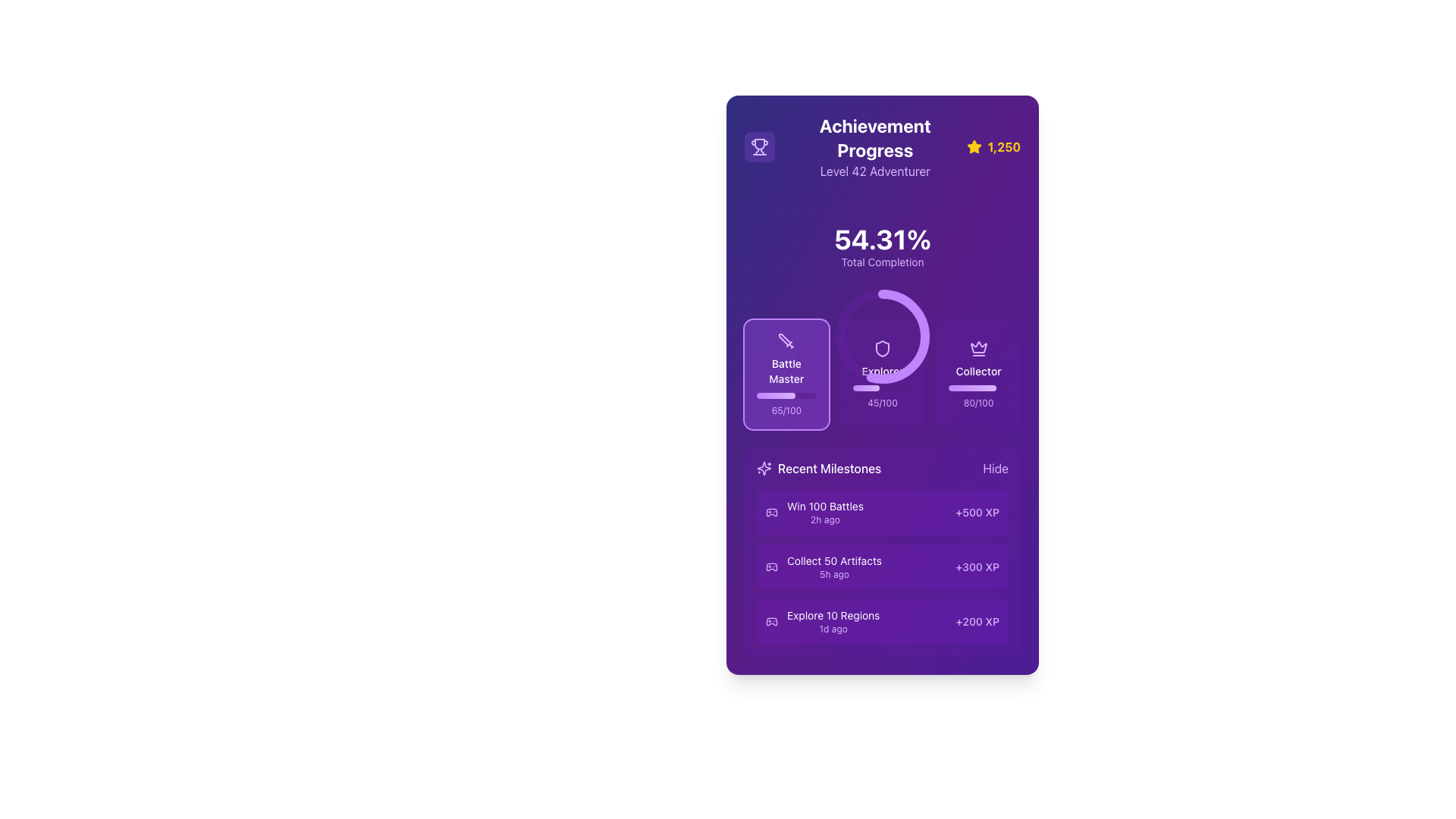 Image resolution: width=1456 pixels, height=819 pixels. Describe the element at coordinates (833, 567) in the screenshot. I see `the 'Collect 50 Artifacts' text label in the Recent Milestones section` at that location.